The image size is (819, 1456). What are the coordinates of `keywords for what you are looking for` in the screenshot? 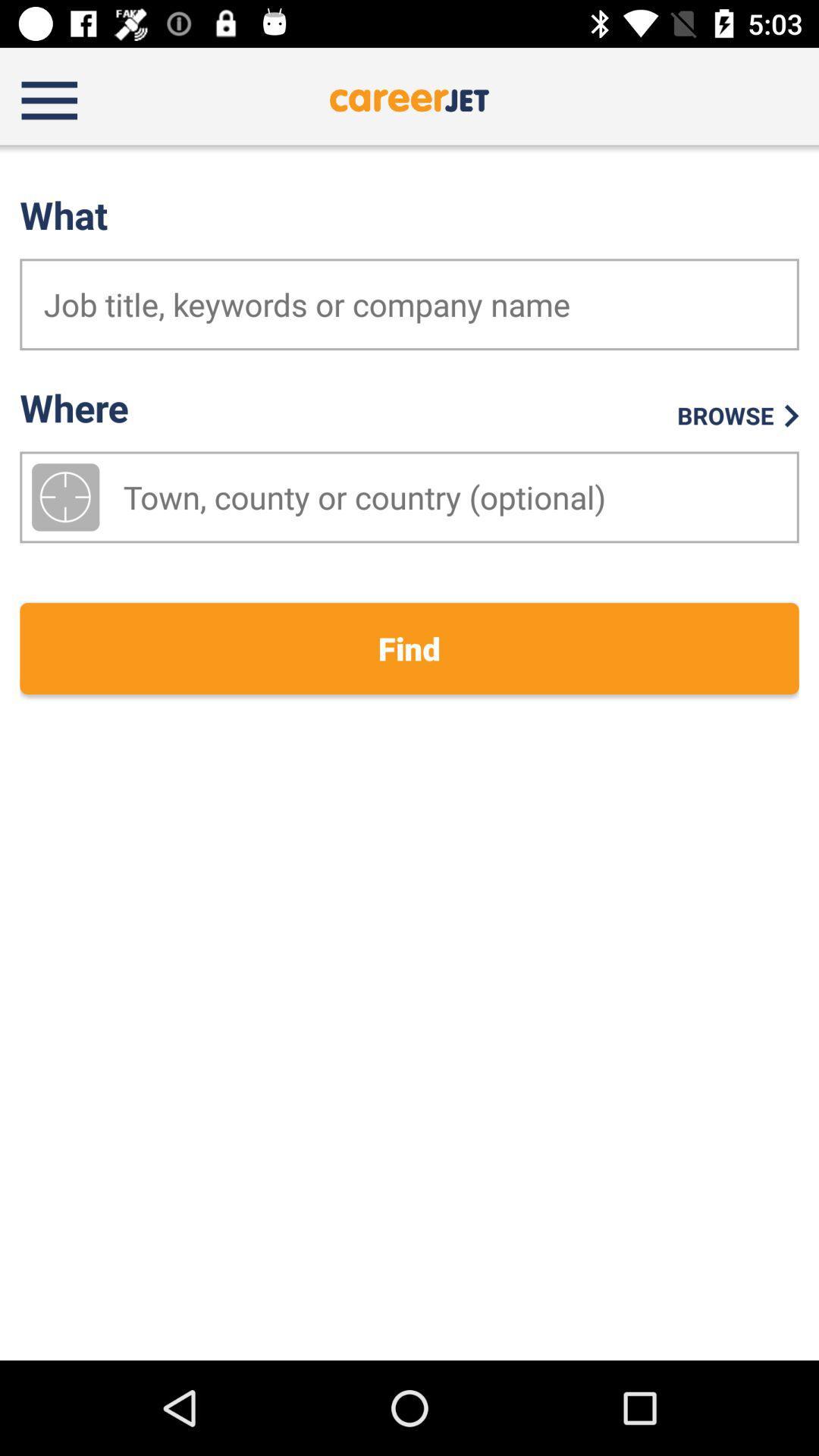 It's located at (409, 303).